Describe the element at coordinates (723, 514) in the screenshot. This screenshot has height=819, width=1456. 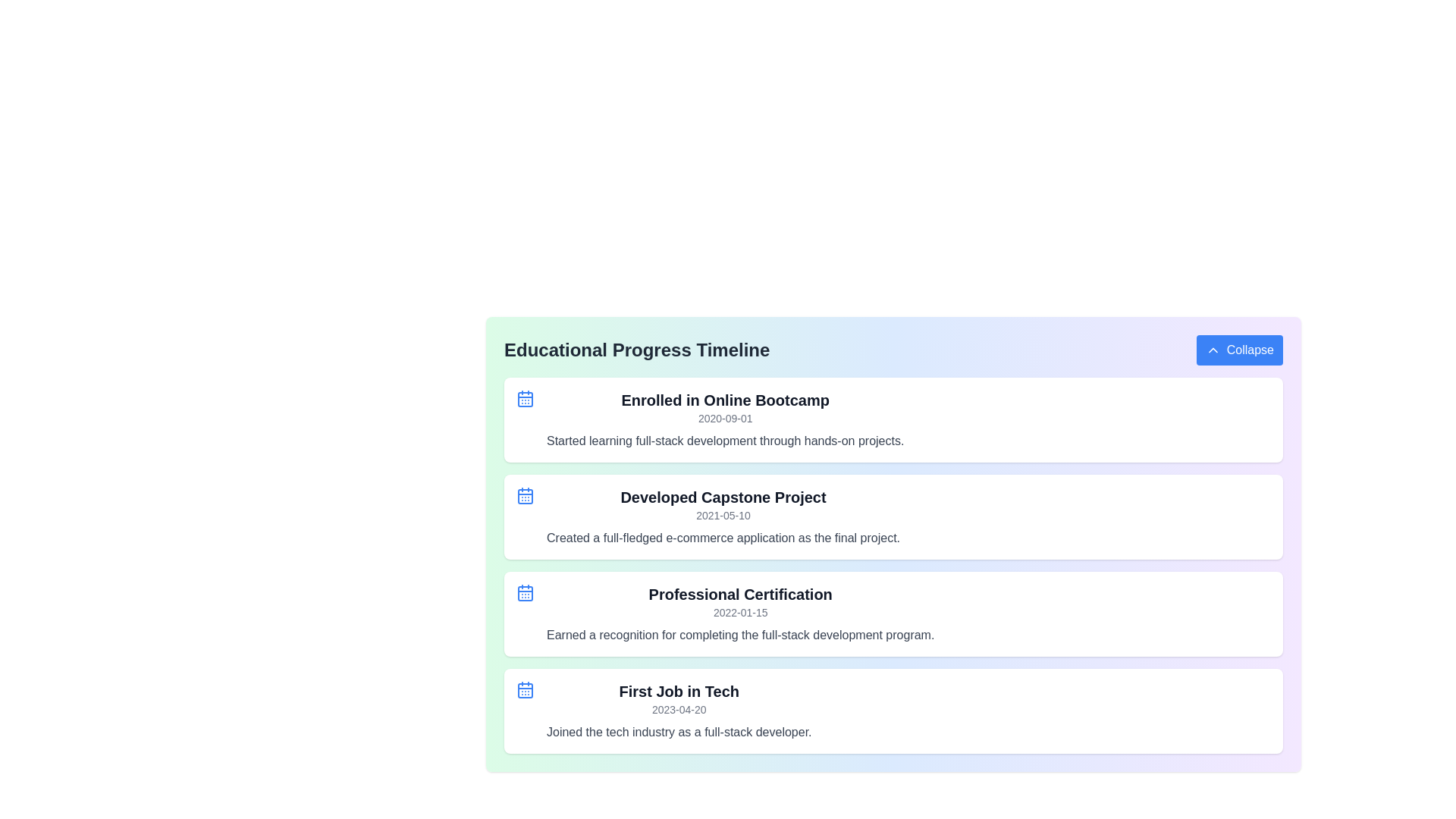
I see `the static text displaying the date '2021-05-10', which is centrally aligned below the title 'Developed Capstone Project' in a gray and small font` at that location.